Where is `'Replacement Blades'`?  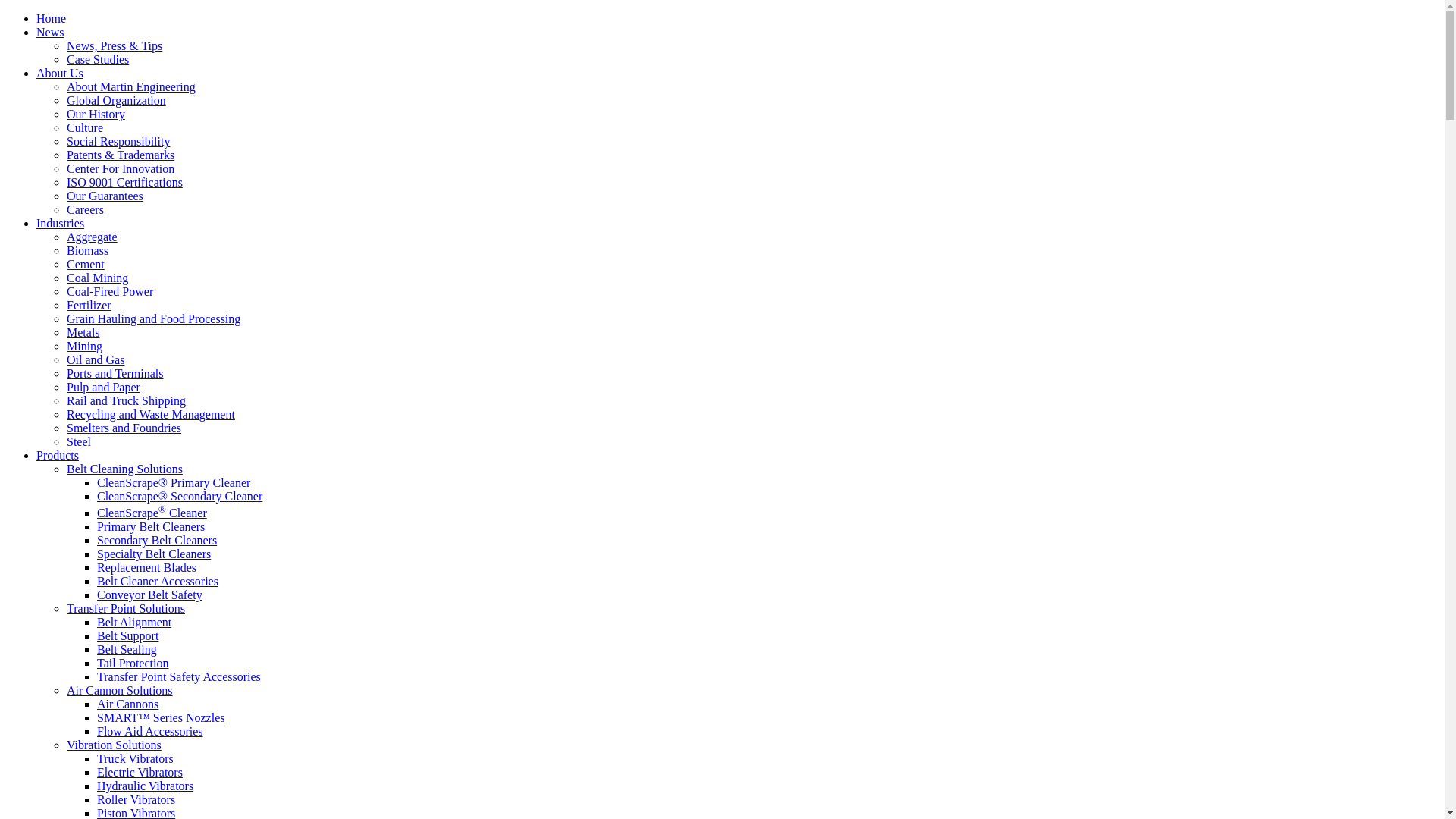
'Replacement Blades' is located at coordinates (146, 567).